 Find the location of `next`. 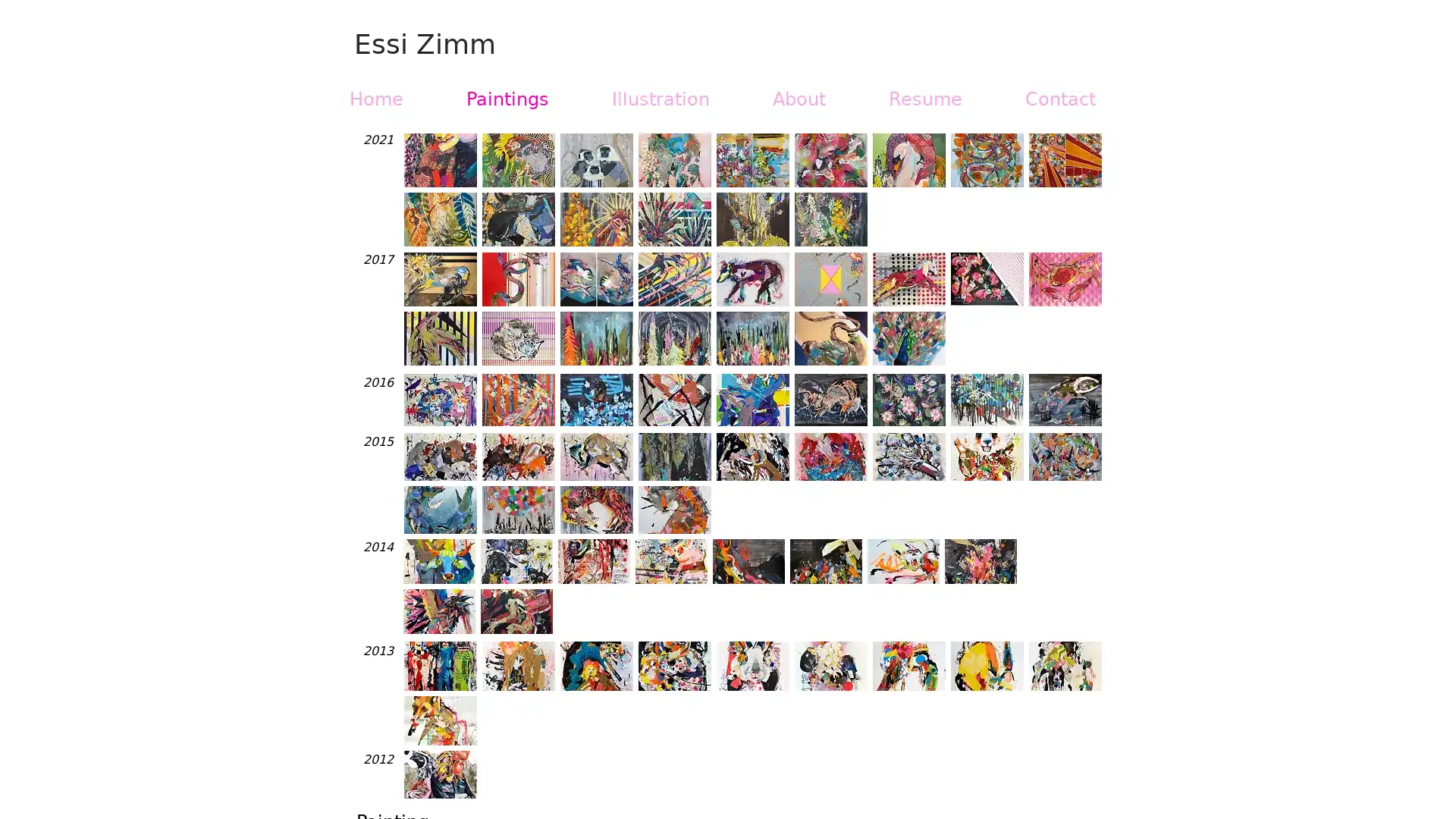

next is located at coordinates (1068, 321).